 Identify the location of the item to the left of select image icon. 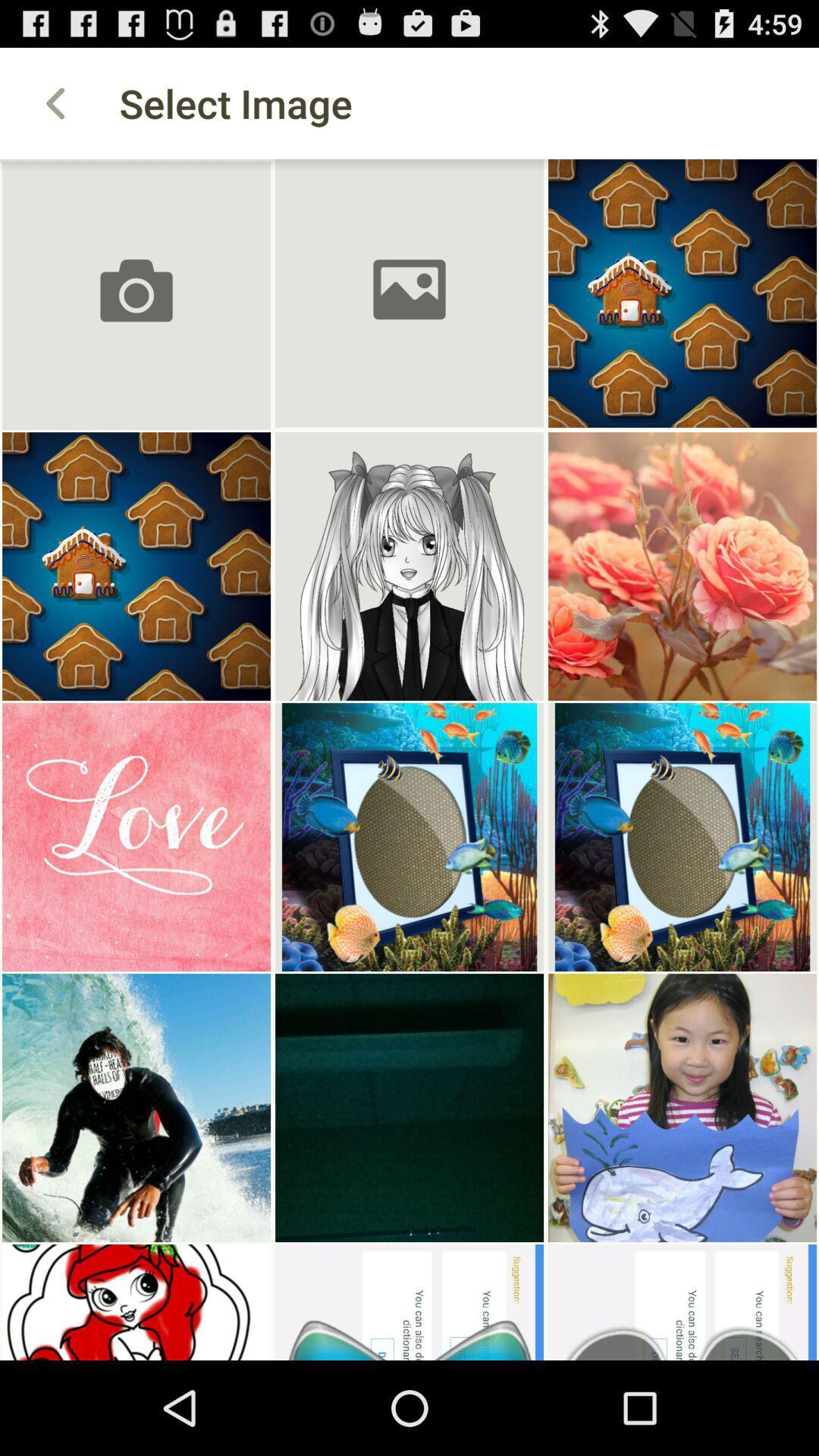
(55, 102).